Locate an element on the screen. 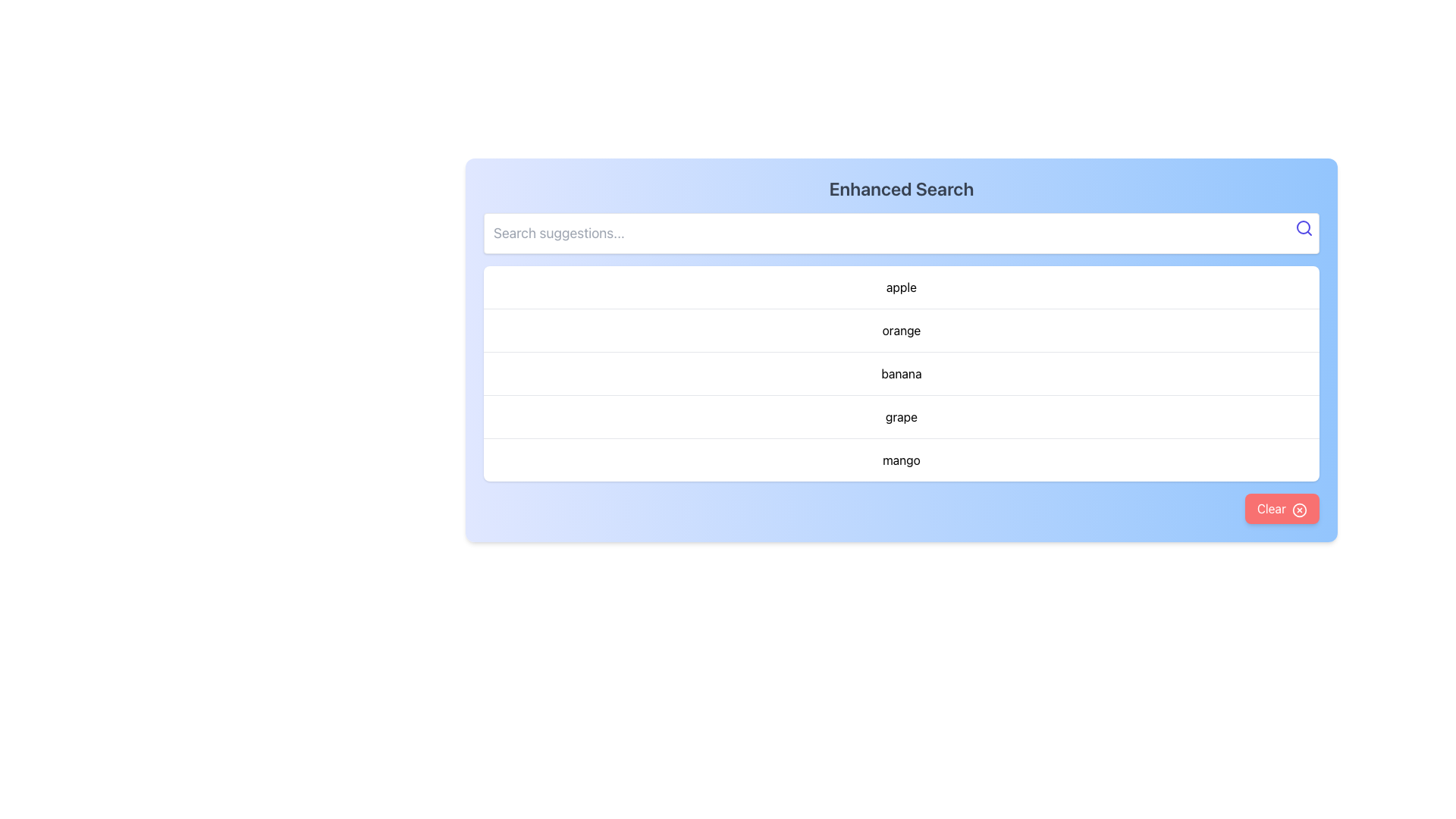 This screenshot has width=1456, height=819. the label displaying the word 'orange', which is the second item in a vertically stacked list of five items, located below 'apple' and above 'banana' is located at coordinates (902, 329).